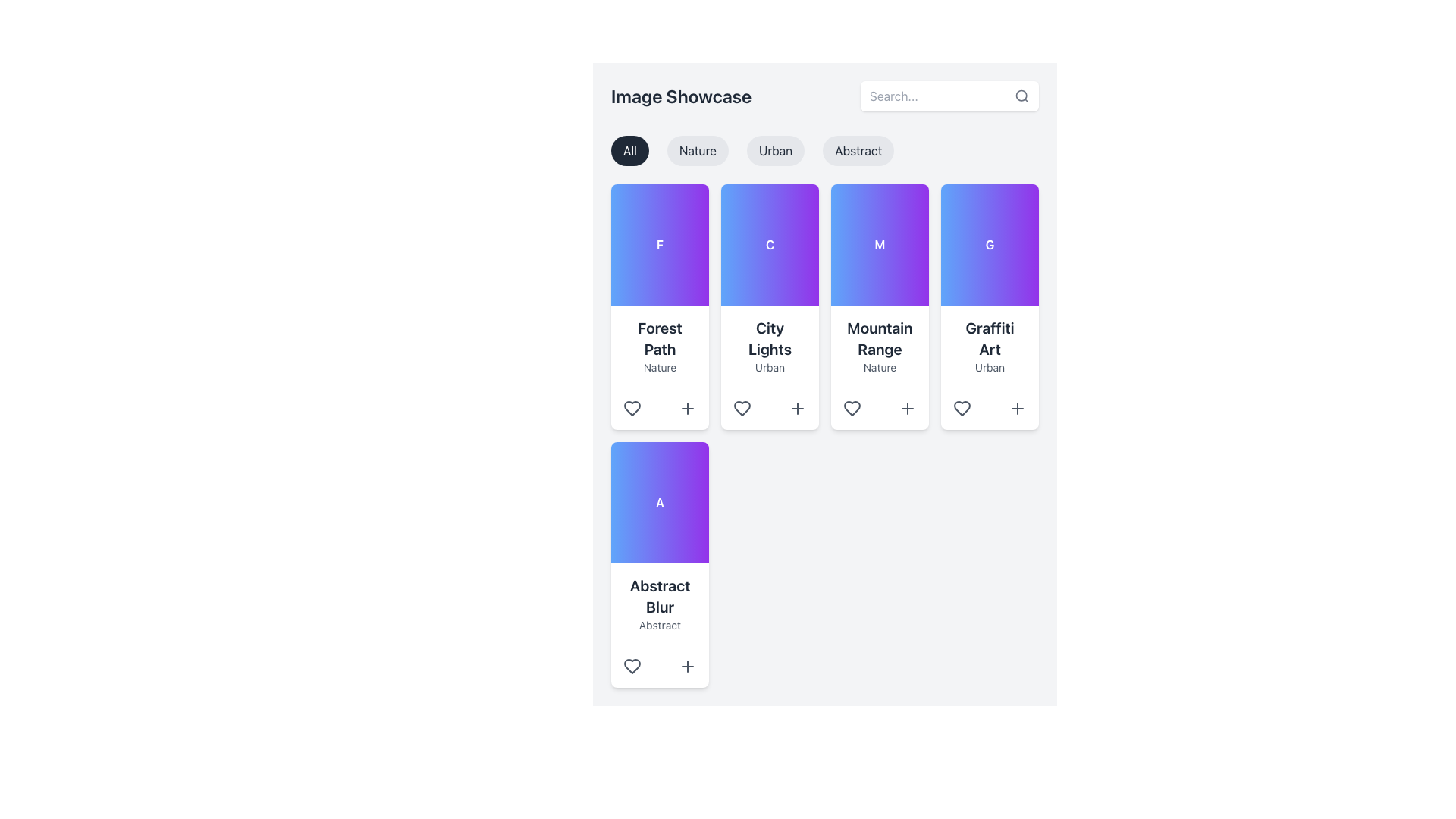  I want to click on text from the Text Label element displaying 'Abstract Blur' in bold, large dark gray font, located in the second row, first column of the card layout, so click(660, 595).